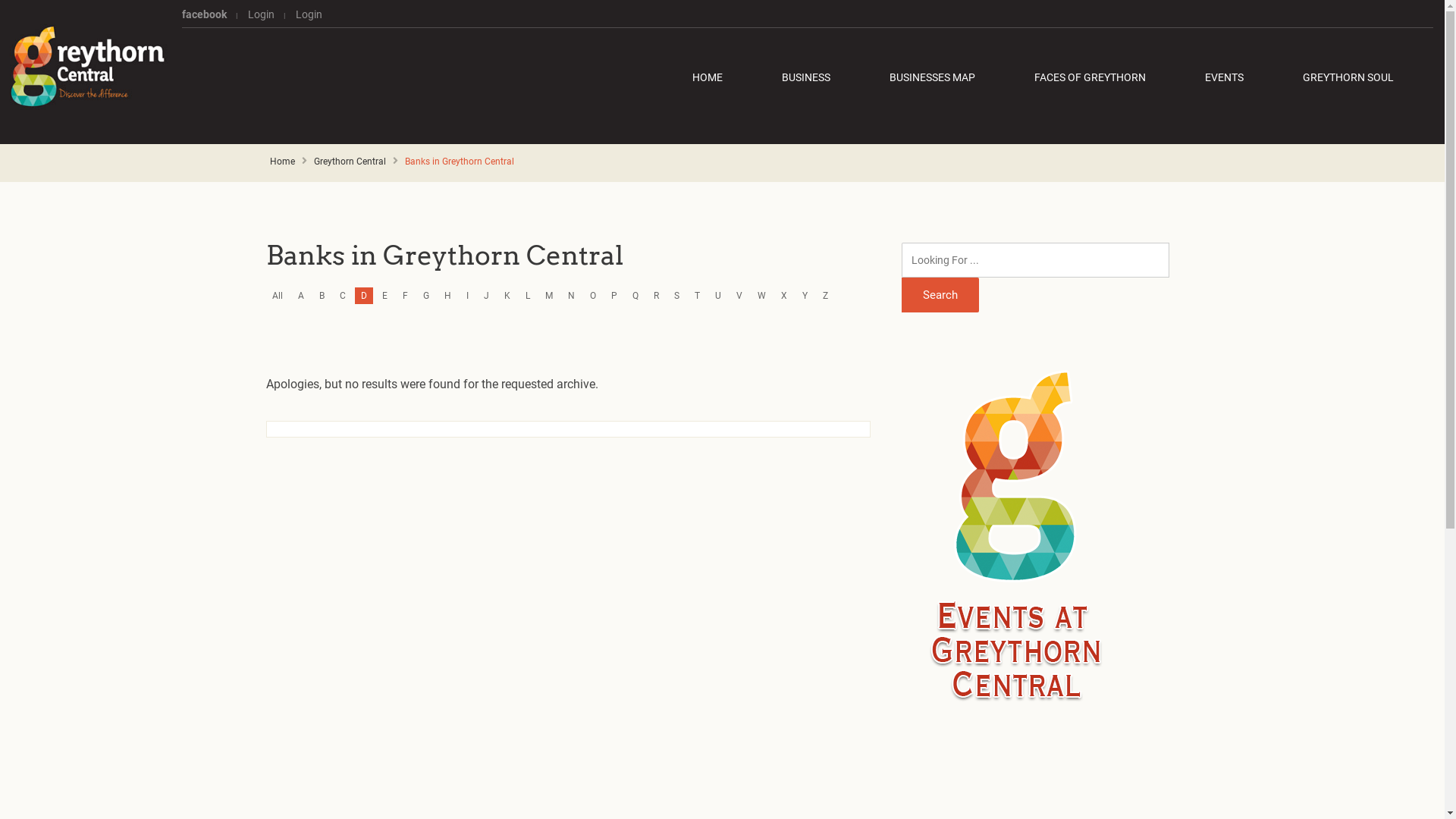  What do you see at coordinates (804, 295) in the screenshot?
I see `'Y'` at bounding box center [804, 295].